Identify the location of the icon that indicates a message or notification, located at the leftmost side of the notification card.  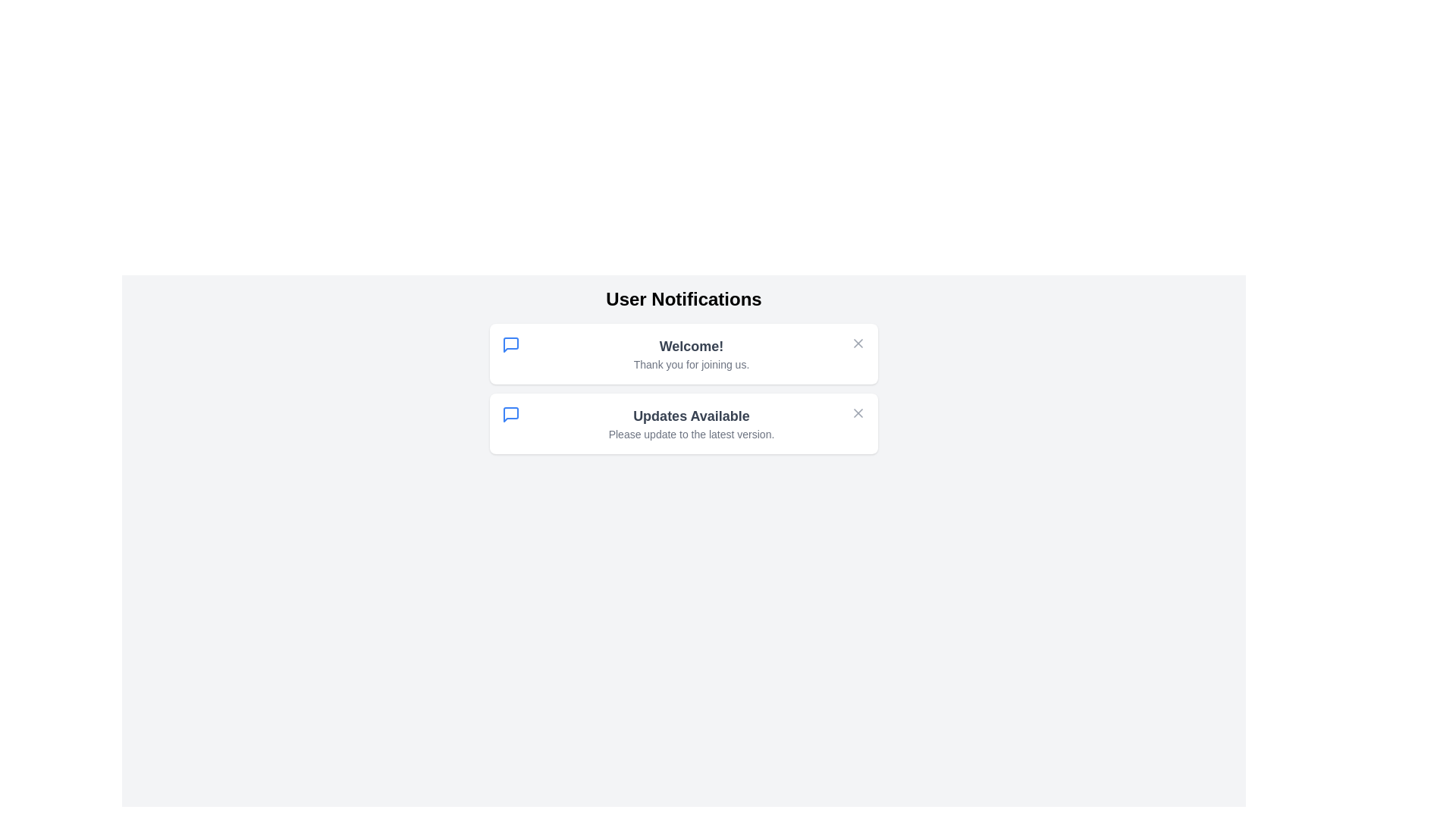
(510, 345).